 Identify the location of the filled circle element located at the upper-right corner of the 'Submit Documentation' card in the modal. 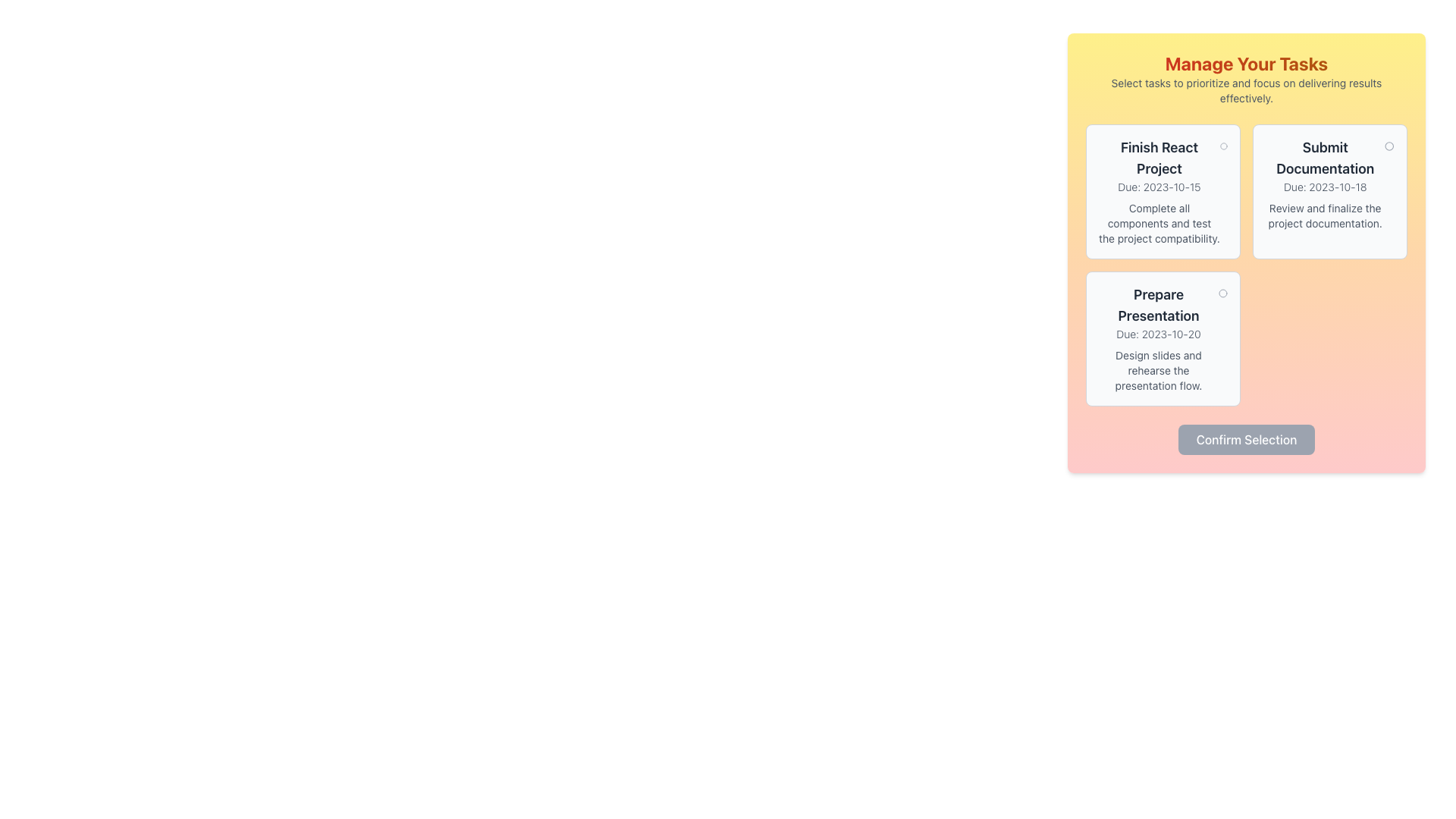
(1389, 146).